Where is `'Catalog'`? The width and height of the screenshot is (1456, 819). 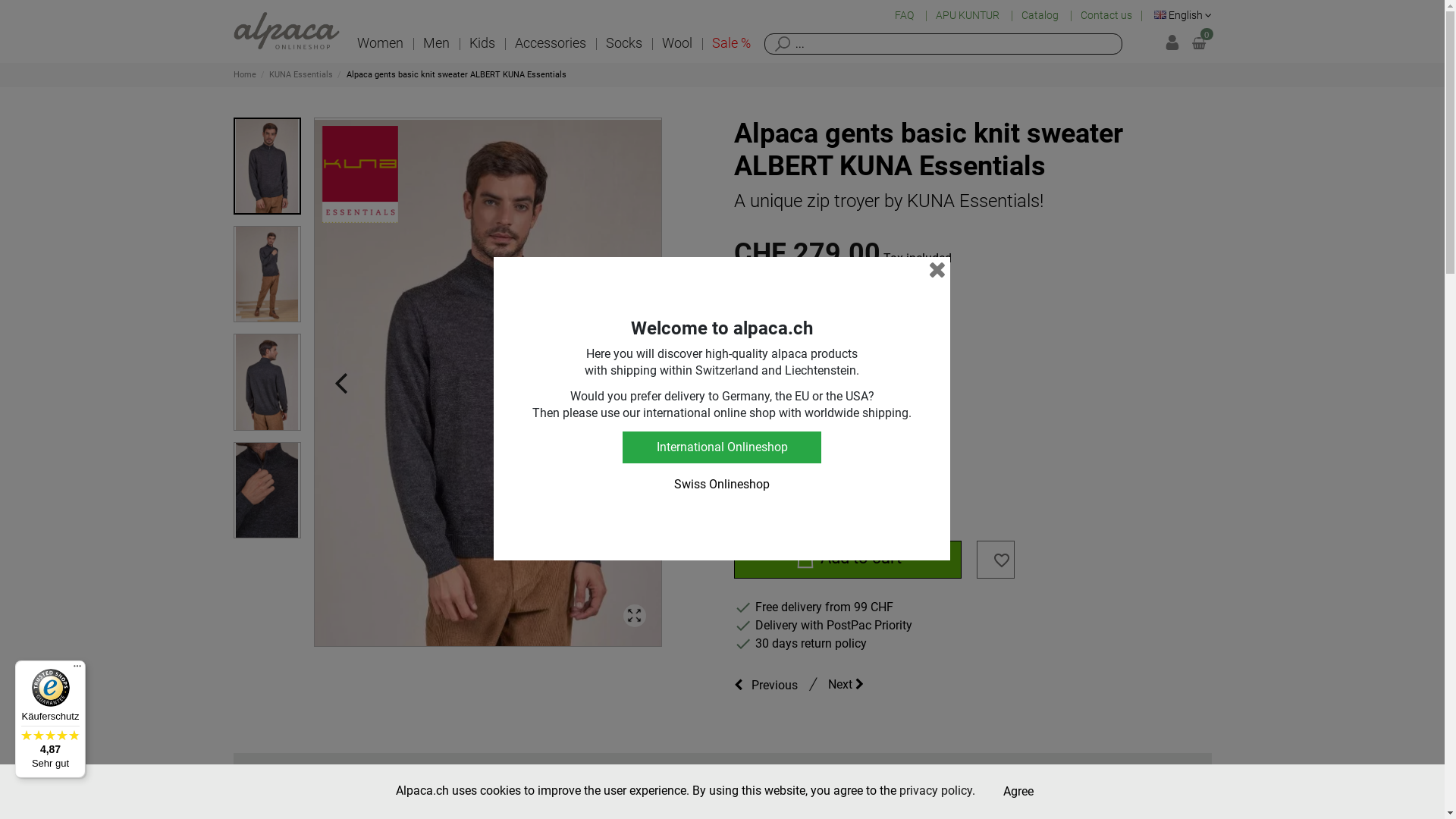
'Catalog' is located at coordinates (1040, 15).